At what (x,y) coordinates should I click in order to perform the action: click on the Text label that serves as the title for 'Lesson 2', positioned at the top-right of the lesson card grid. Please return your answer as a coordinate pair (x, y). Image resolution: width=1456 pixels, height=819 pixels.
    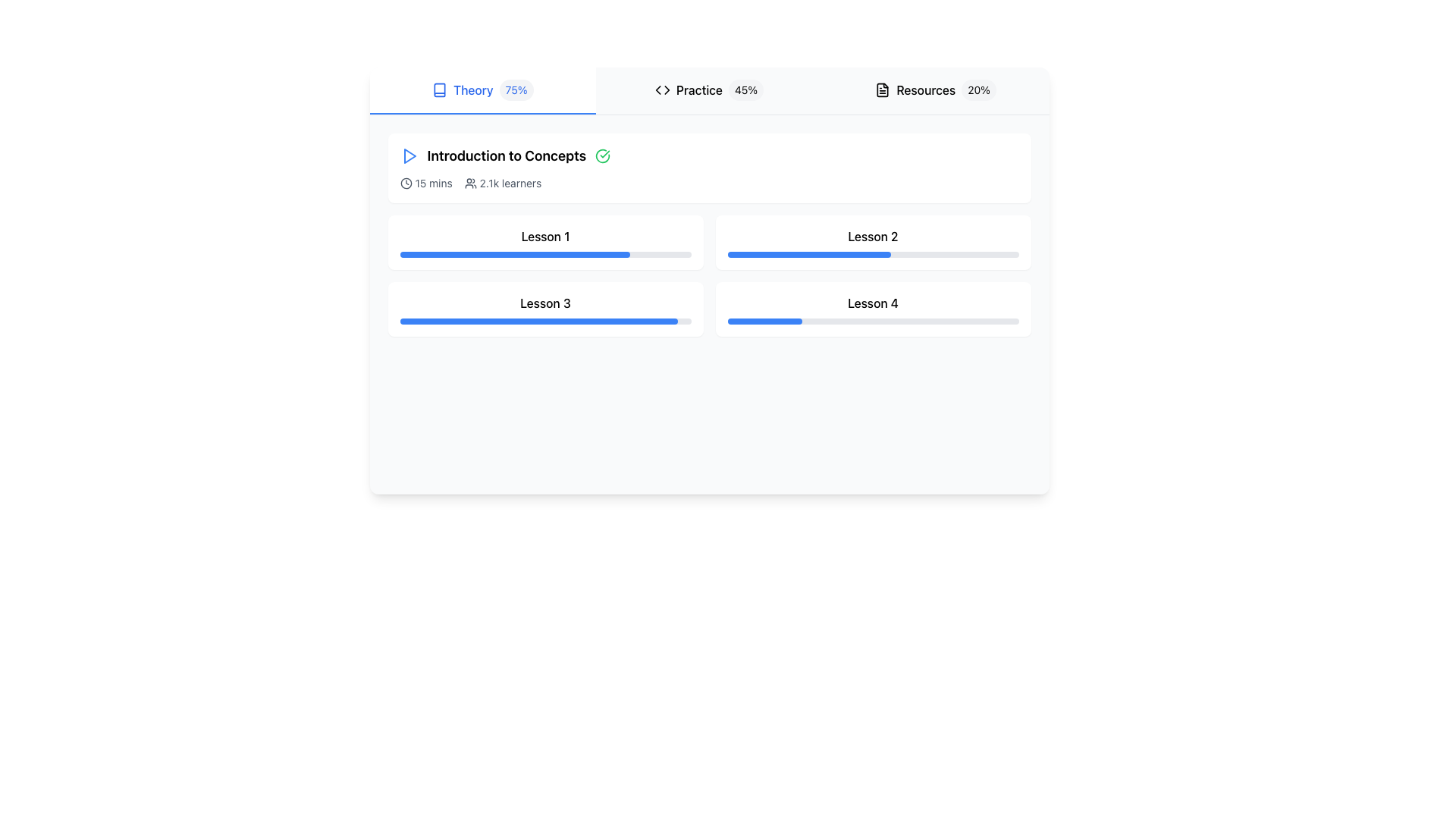
    Looking at the image, I should click on (873, 237).